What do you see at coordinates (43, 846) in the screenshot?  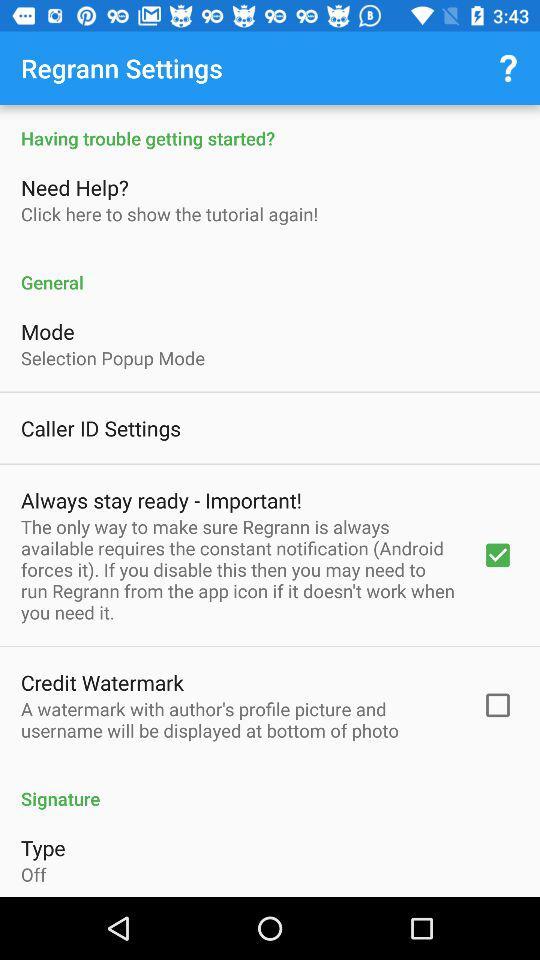 I see `the type icon` at bounding box center [43, 846].